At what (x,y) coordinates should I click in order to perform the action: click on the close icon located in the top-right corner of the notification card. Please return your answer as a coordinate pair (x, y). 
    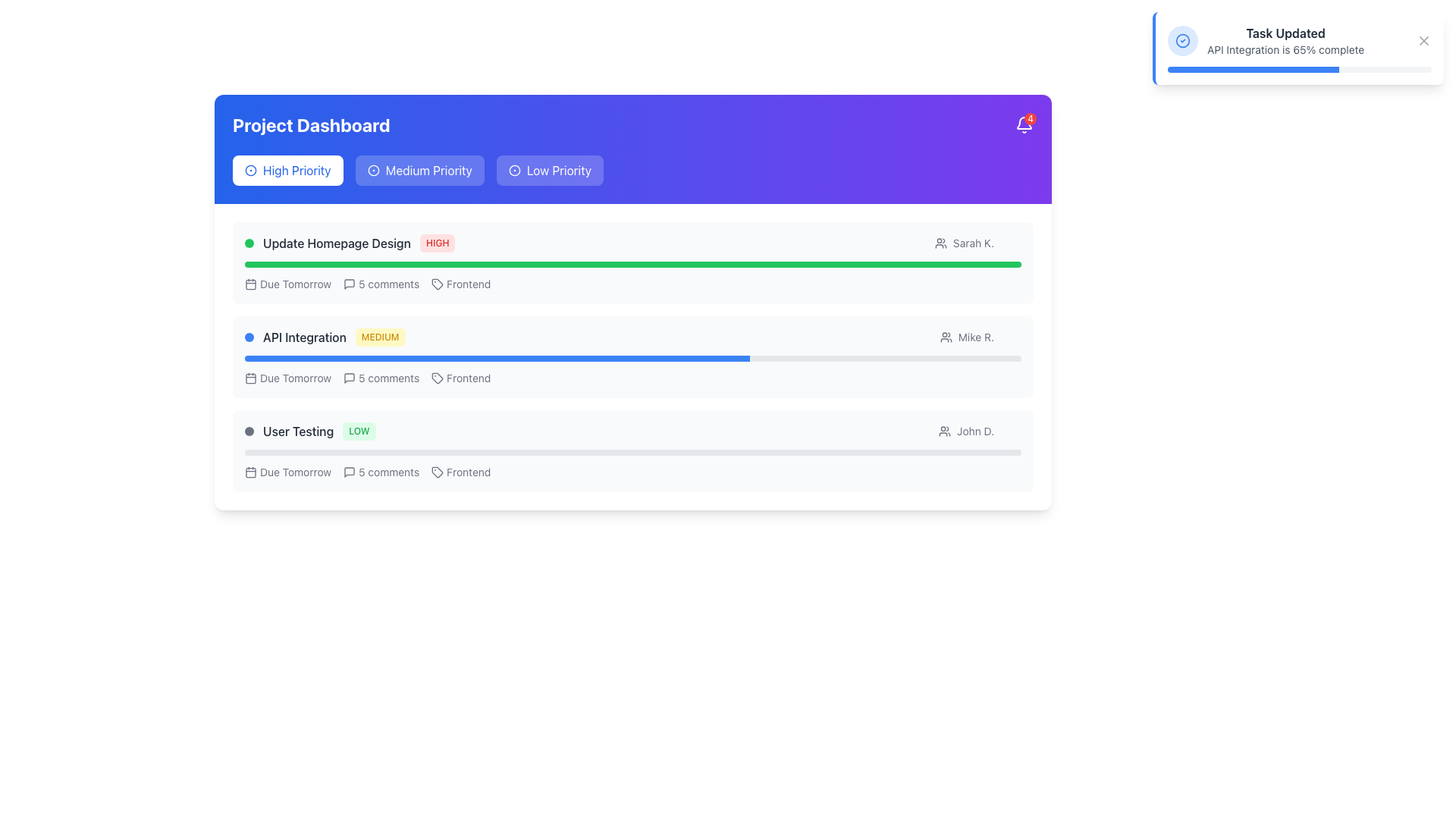
    Looking at the image, I should click on (1423, 40).